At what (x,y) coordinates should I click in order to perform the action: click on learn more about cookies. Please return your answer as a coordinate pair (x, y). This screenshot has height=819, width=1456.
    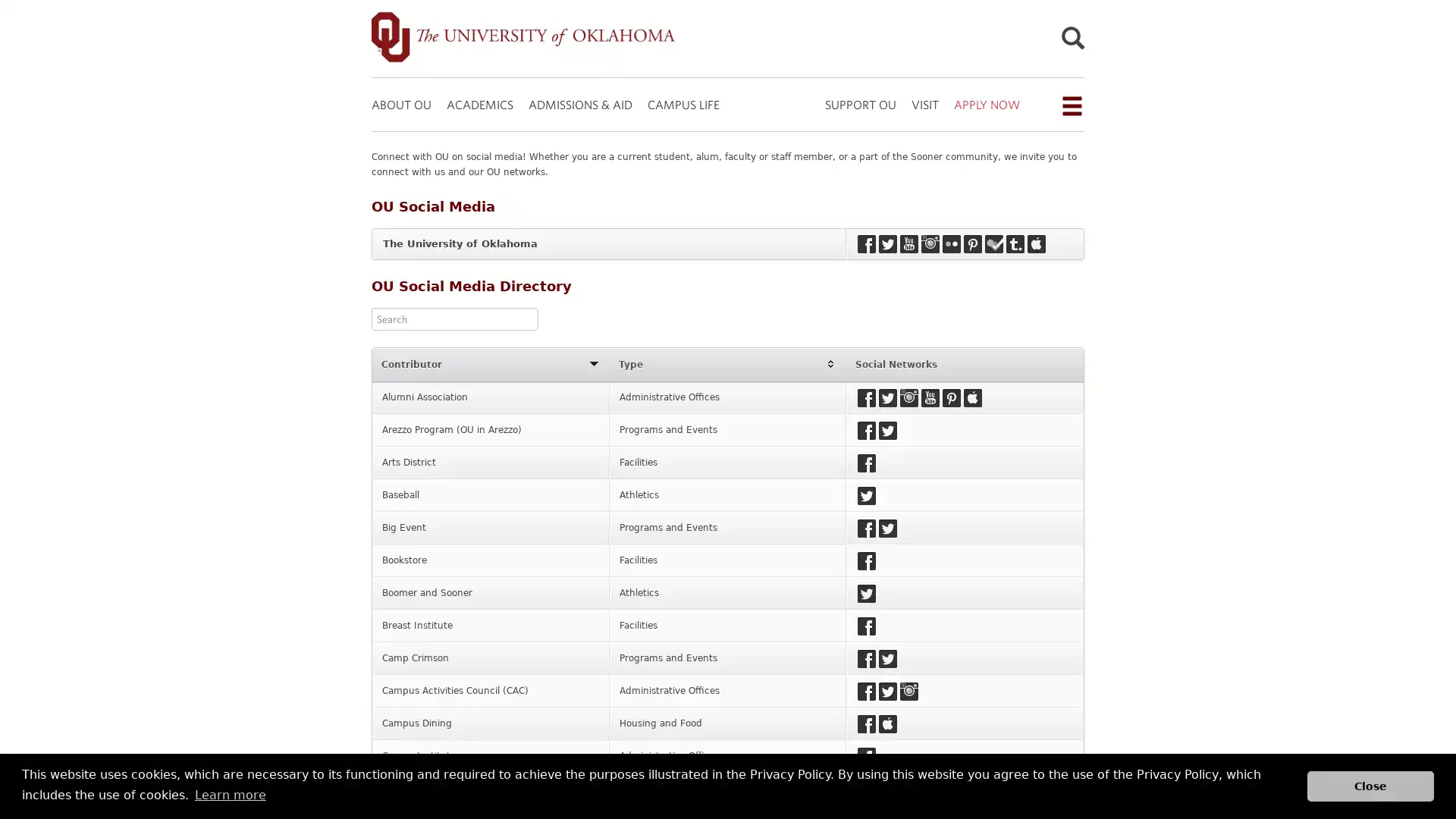
    Looking at the image, I should click on (229, 794).